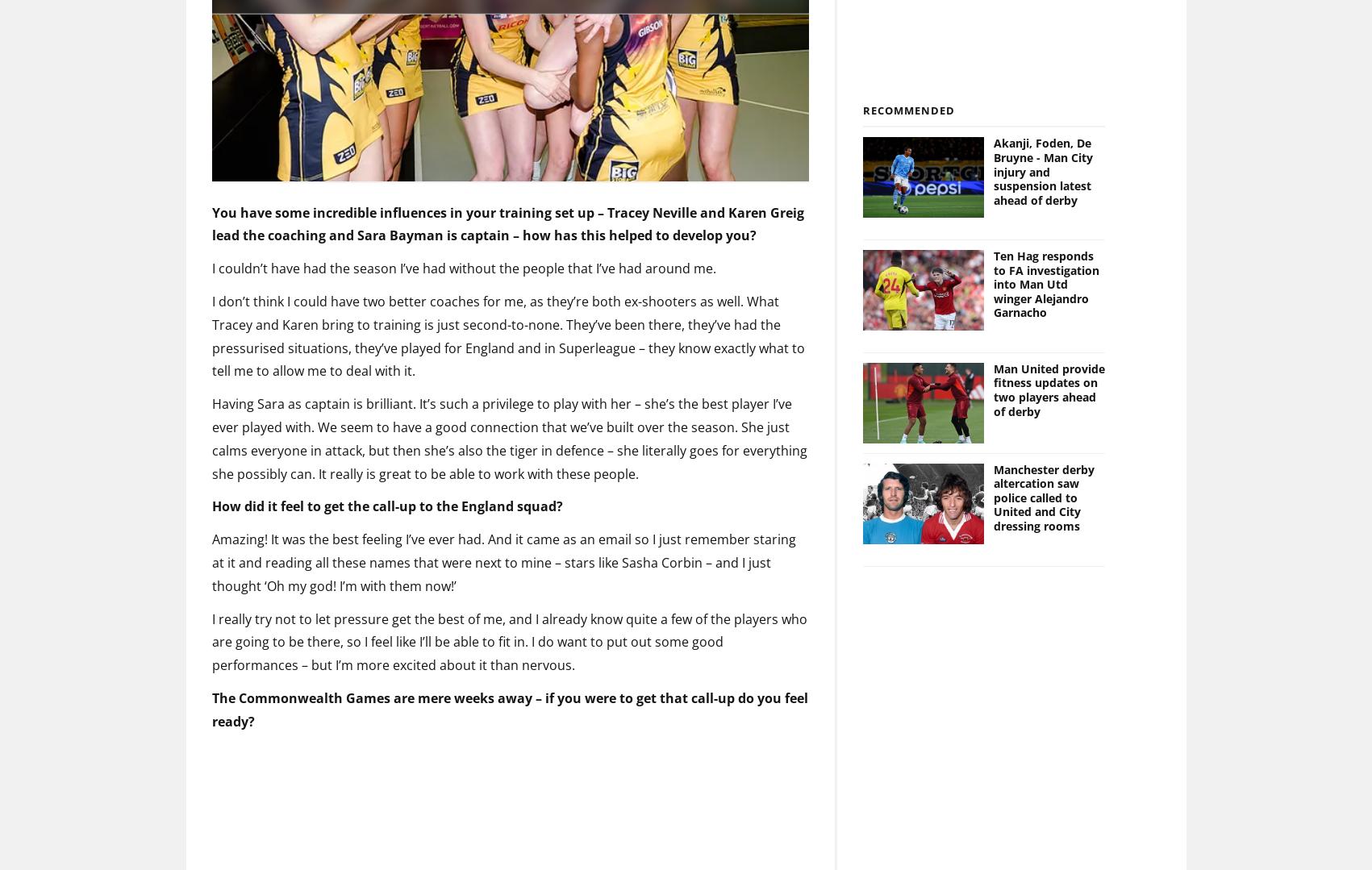 This screenshot has width=1372, height=870. What do you see at coordinates (211, 682) in the screenshot?
I see `'The Commonwealth Games are mere weeks away – if you were to get that call-up do you feel ready?'` at bounding box center [211, 682].